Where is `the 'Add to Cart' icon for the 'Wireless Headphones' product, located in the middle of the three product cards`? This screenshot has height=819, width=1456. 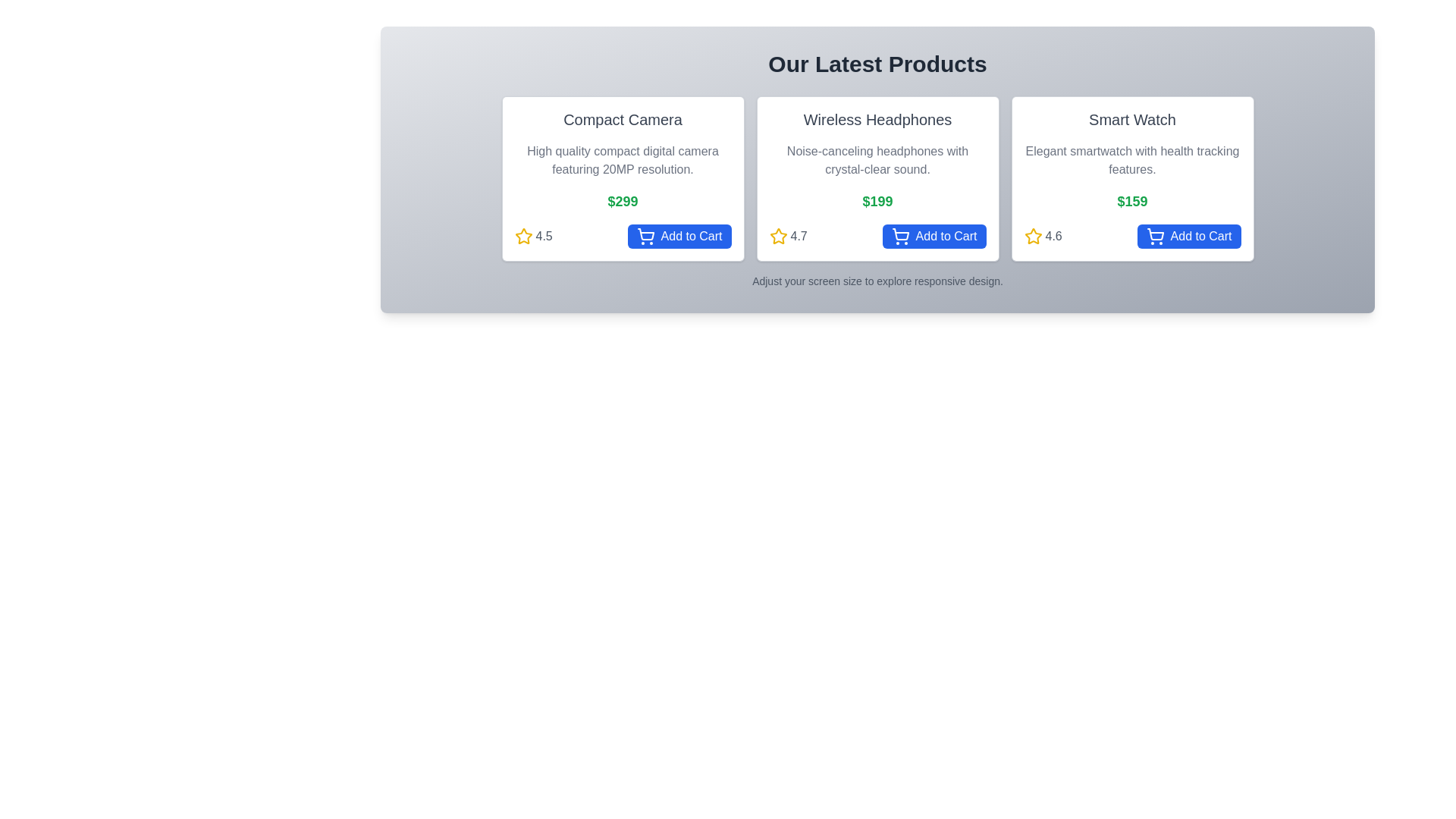
the 'Add to Cart' icon for the 'Wireless Headphones' product, located in the middle of the three product cards is located at coordinates (900, 237).